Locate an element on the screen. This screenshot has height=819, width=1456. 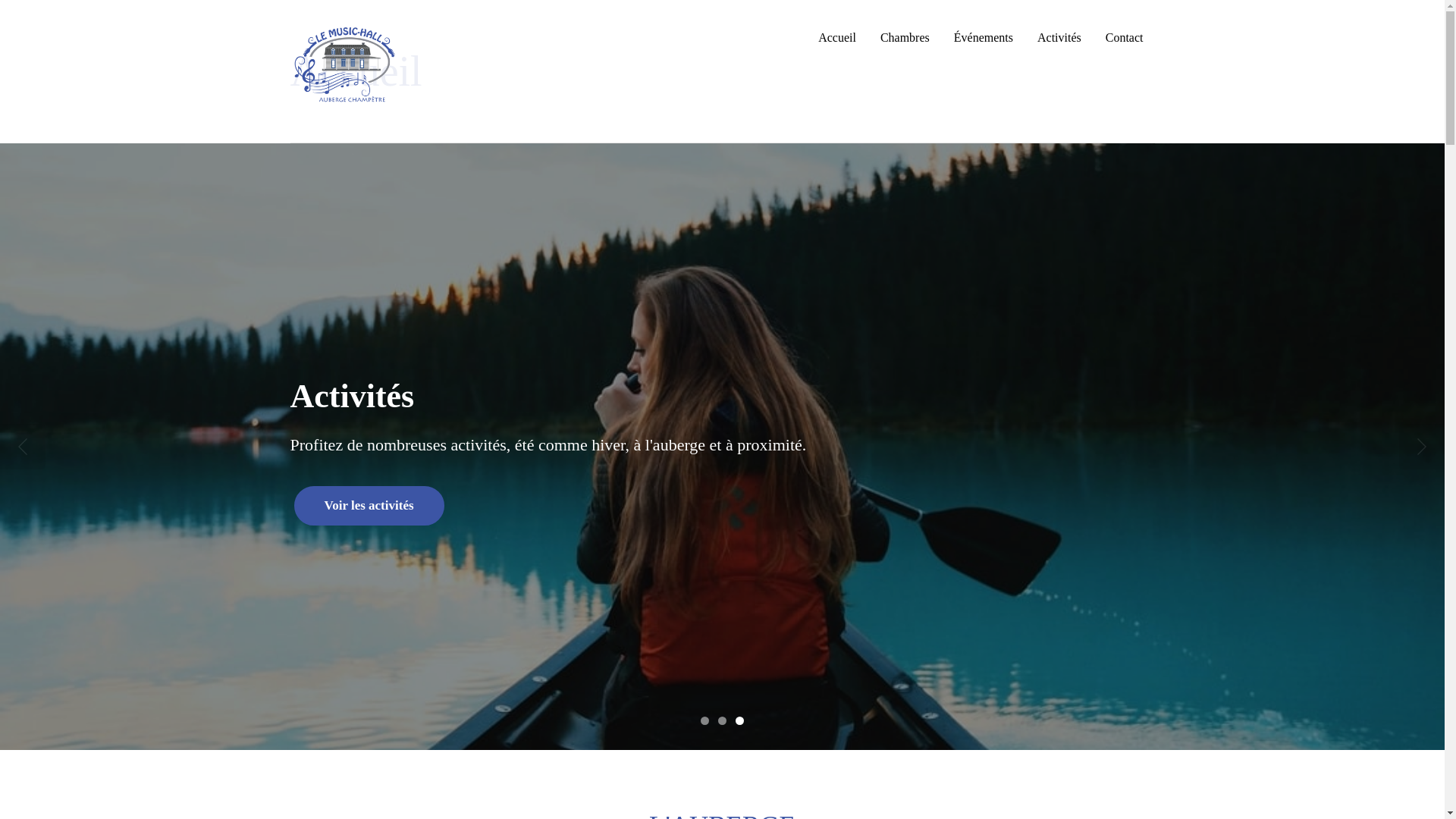
'3' is located at coordinates (739, 720).